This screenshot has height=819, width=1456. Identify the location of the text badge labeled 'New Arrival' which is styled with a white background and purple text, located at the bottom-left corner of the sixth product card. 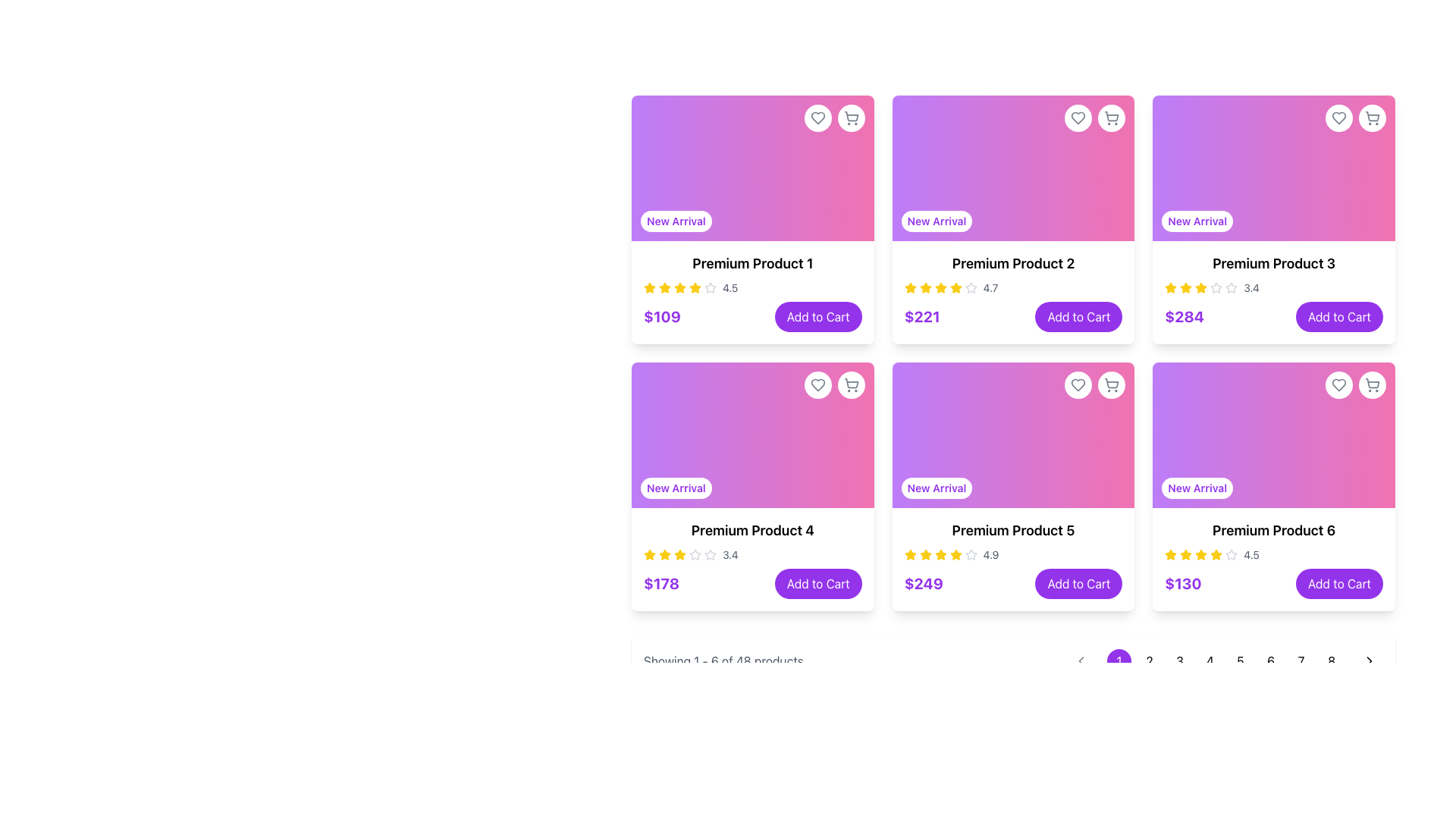
(1197, 488).